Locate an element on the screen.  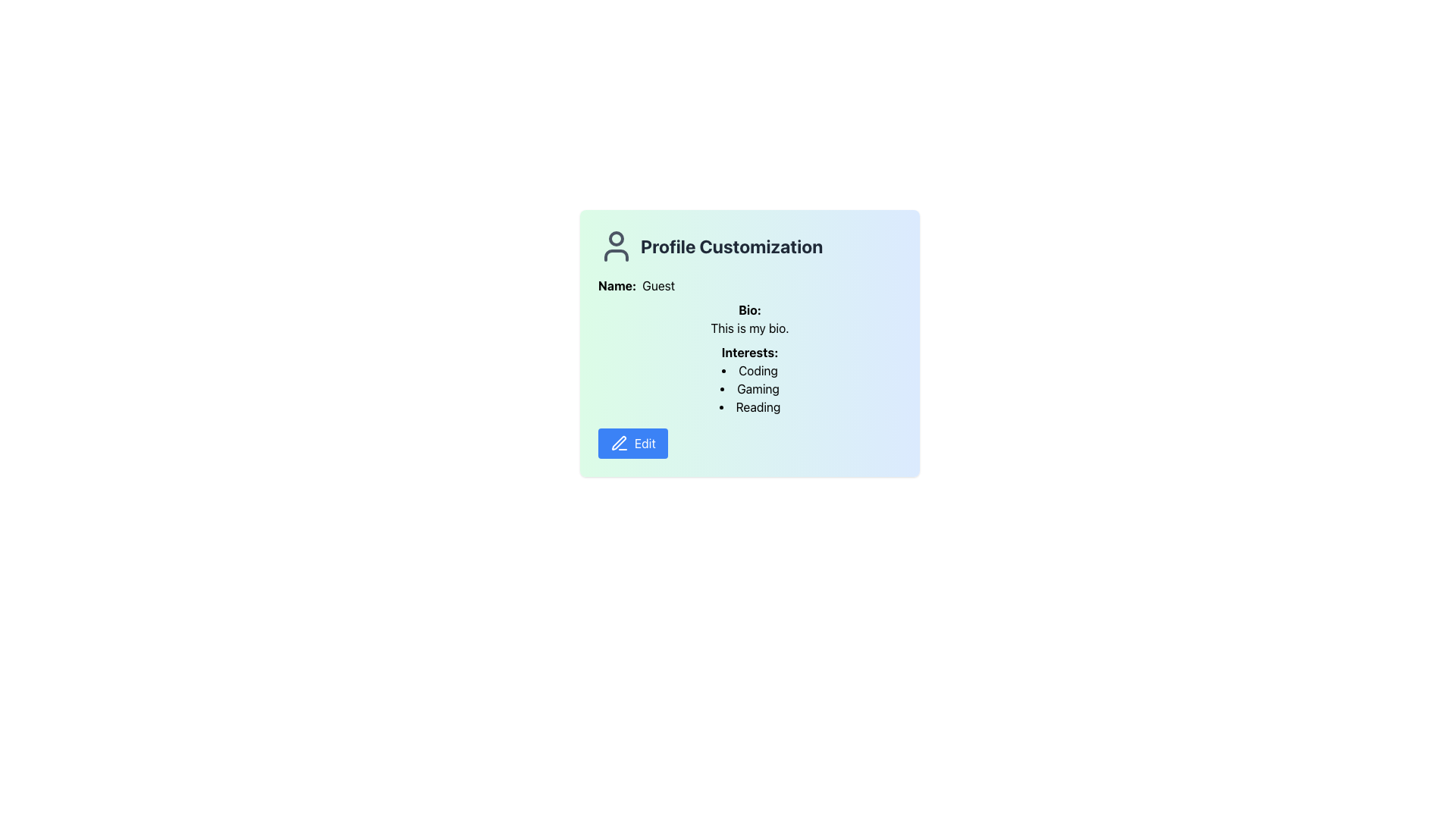
the descriptive text label located above and aligned to the left of the interests list, which includes 'Coding', 'Gaming', and 'Reading' is located at coordinates (749, 353).